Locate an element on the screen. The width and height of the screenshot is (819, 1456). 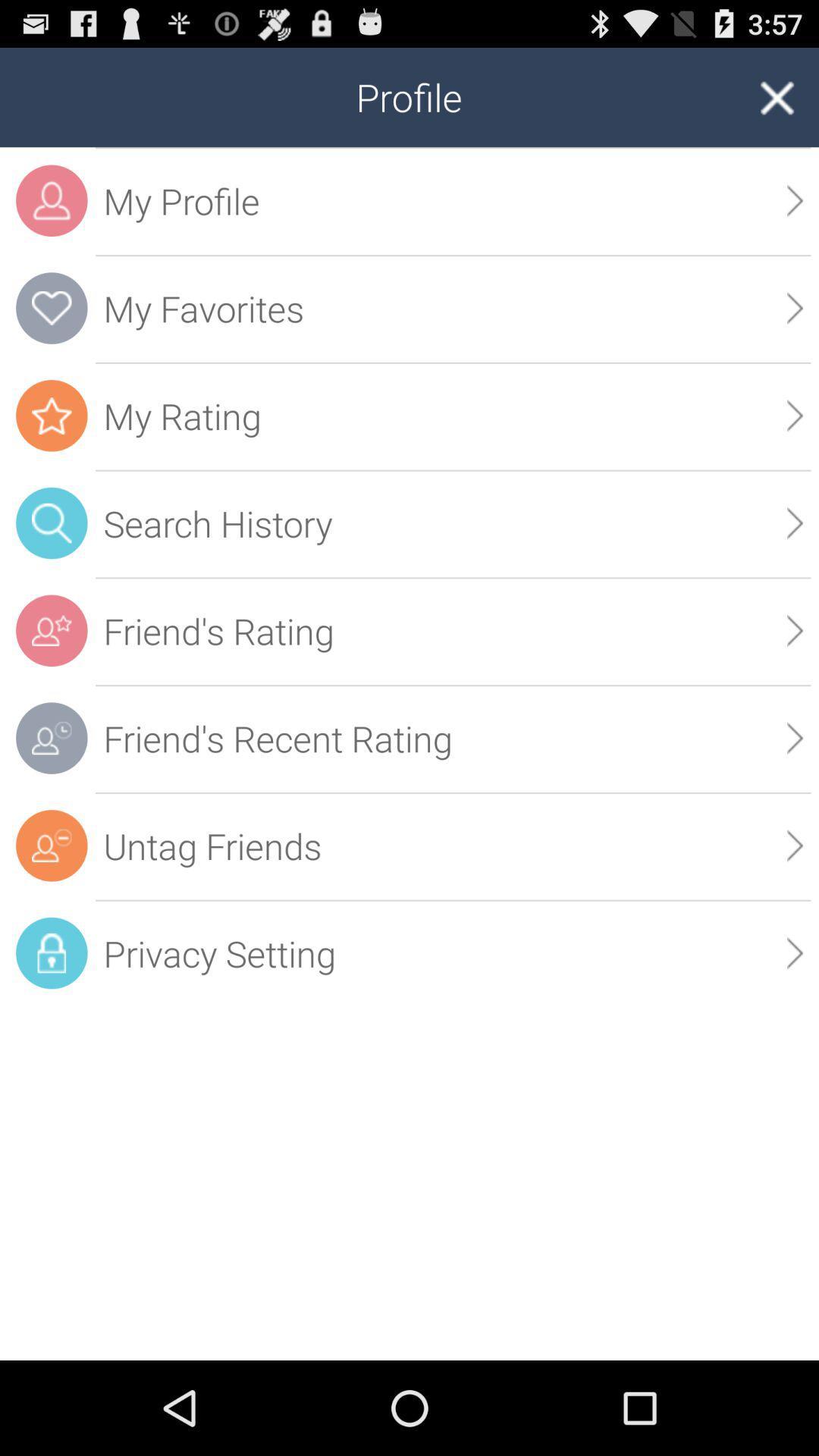
icon below friend's rating item is located at coordinates (794, 738).